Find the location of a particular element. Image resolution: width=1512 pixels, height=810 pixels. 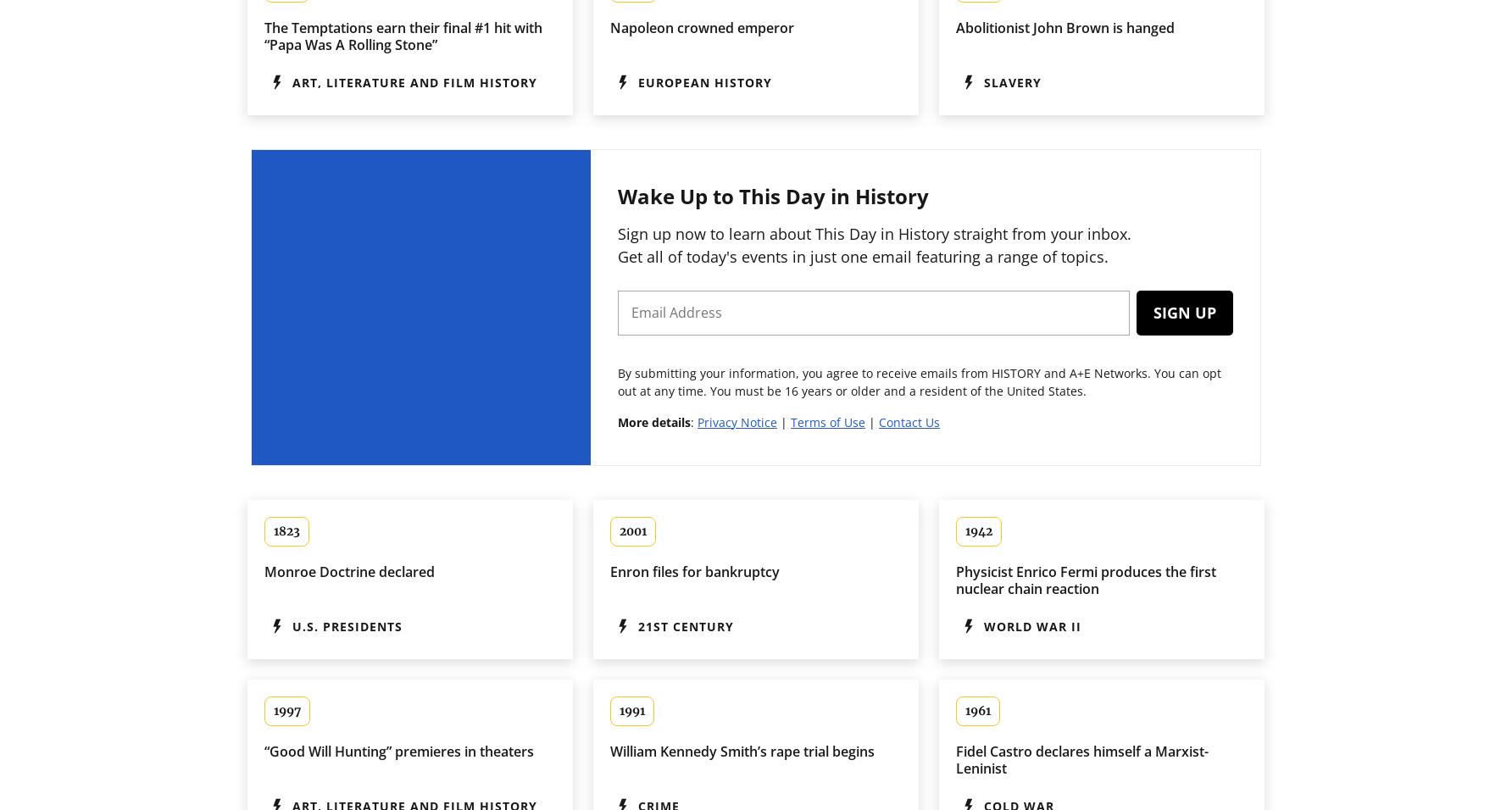

'European History' is located at coordinates (704, 80).